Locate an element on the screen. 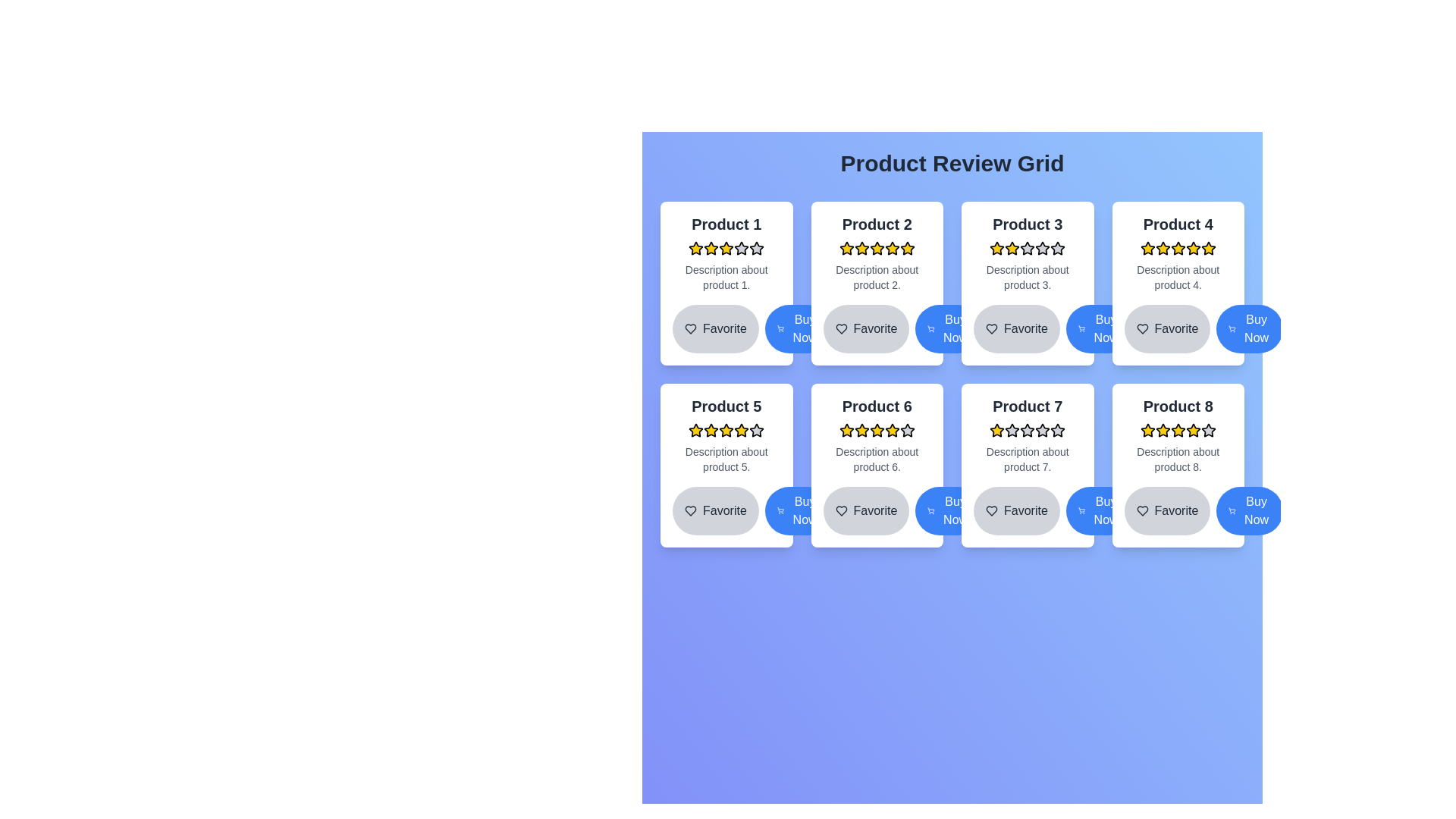 This screenshot has height=819, width=1456. the fifth gray star icon, part of the rating system for 'Product 3', which has a metallic aesthetic and outlined design is located at coordinates (1057, 247).